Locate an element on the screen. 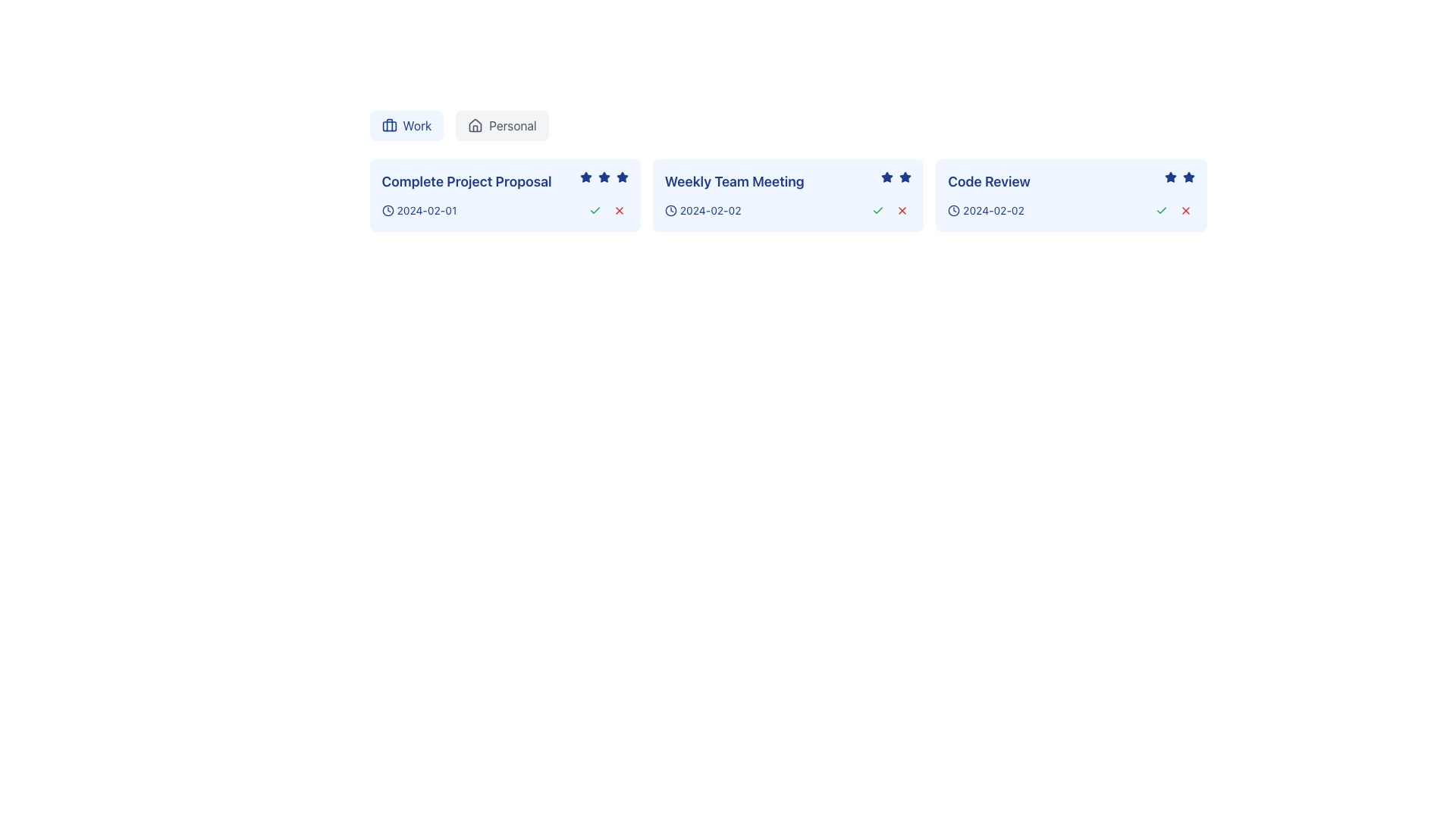 The width and height of the screenshot is (1456, 819). the cancel icon button located in the lower right section of the 'Weekly Team Meeting' box is located at coordinates (902, 210).